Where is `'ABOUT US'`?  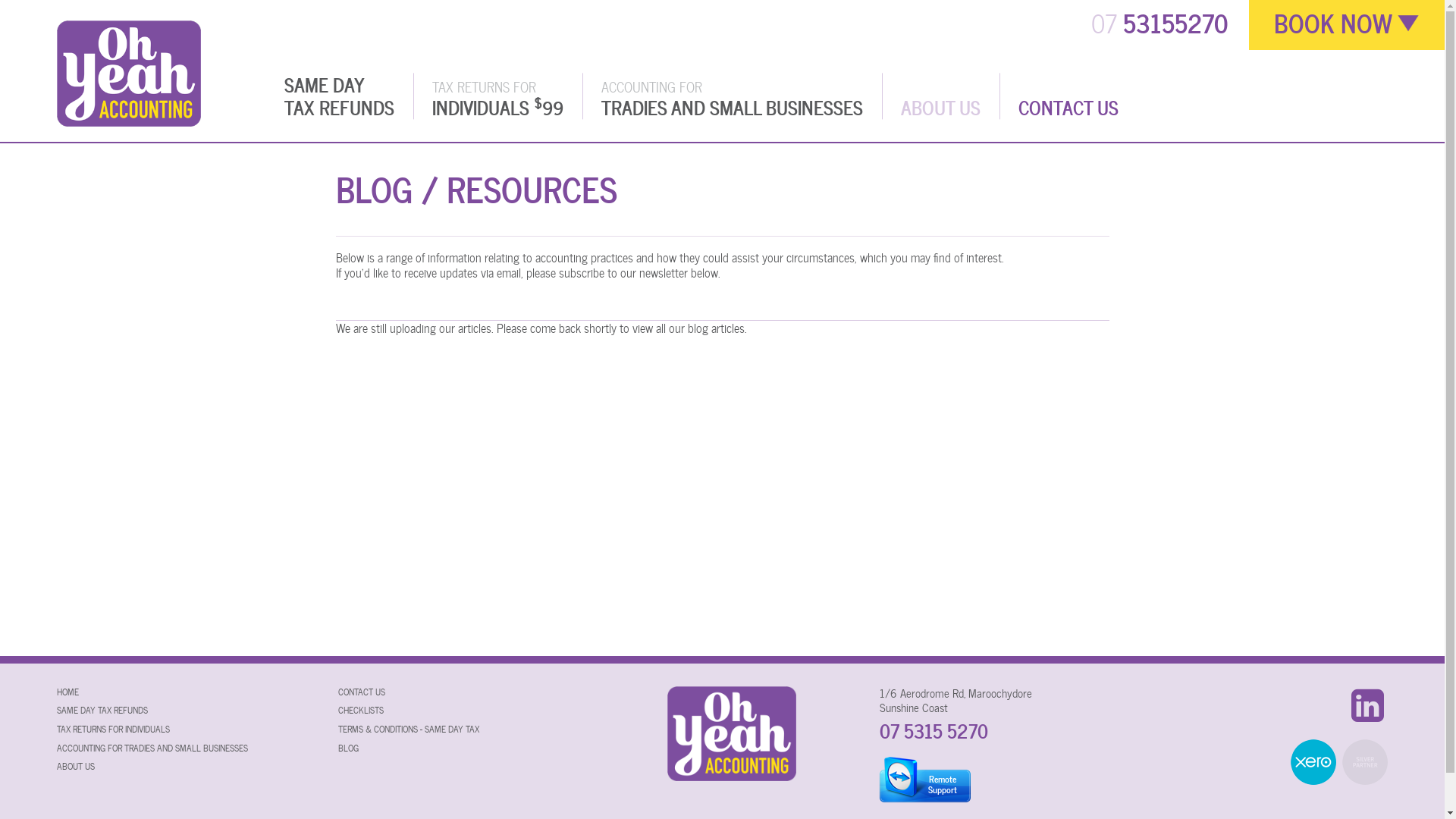
'ABOUT US' is located at coordinates (939, 106).